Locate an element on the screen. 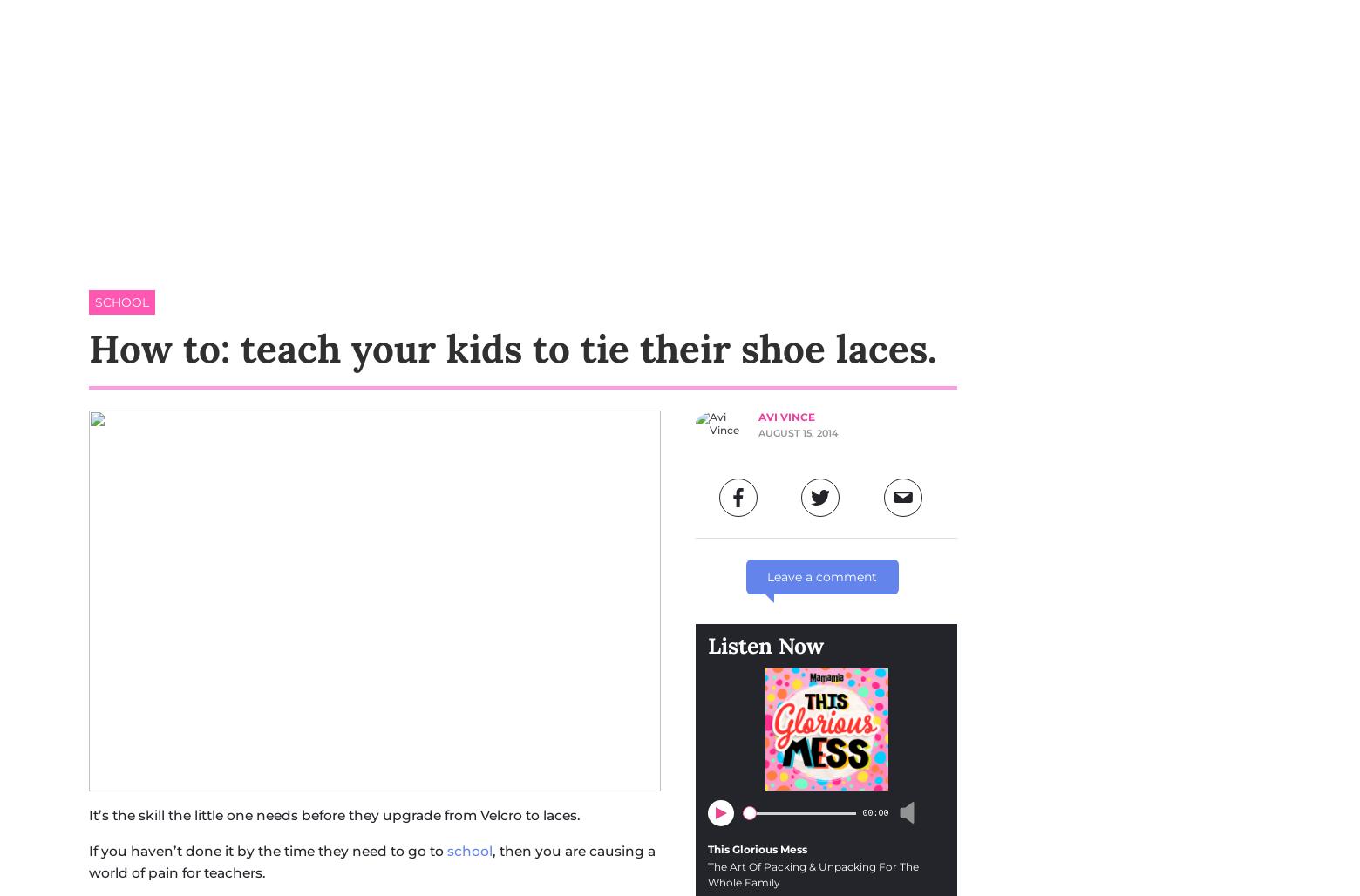 Image resolution: width=1360 pixels, height=896 pixels. 'Newsletters' is located at coordinates (1157, 123).